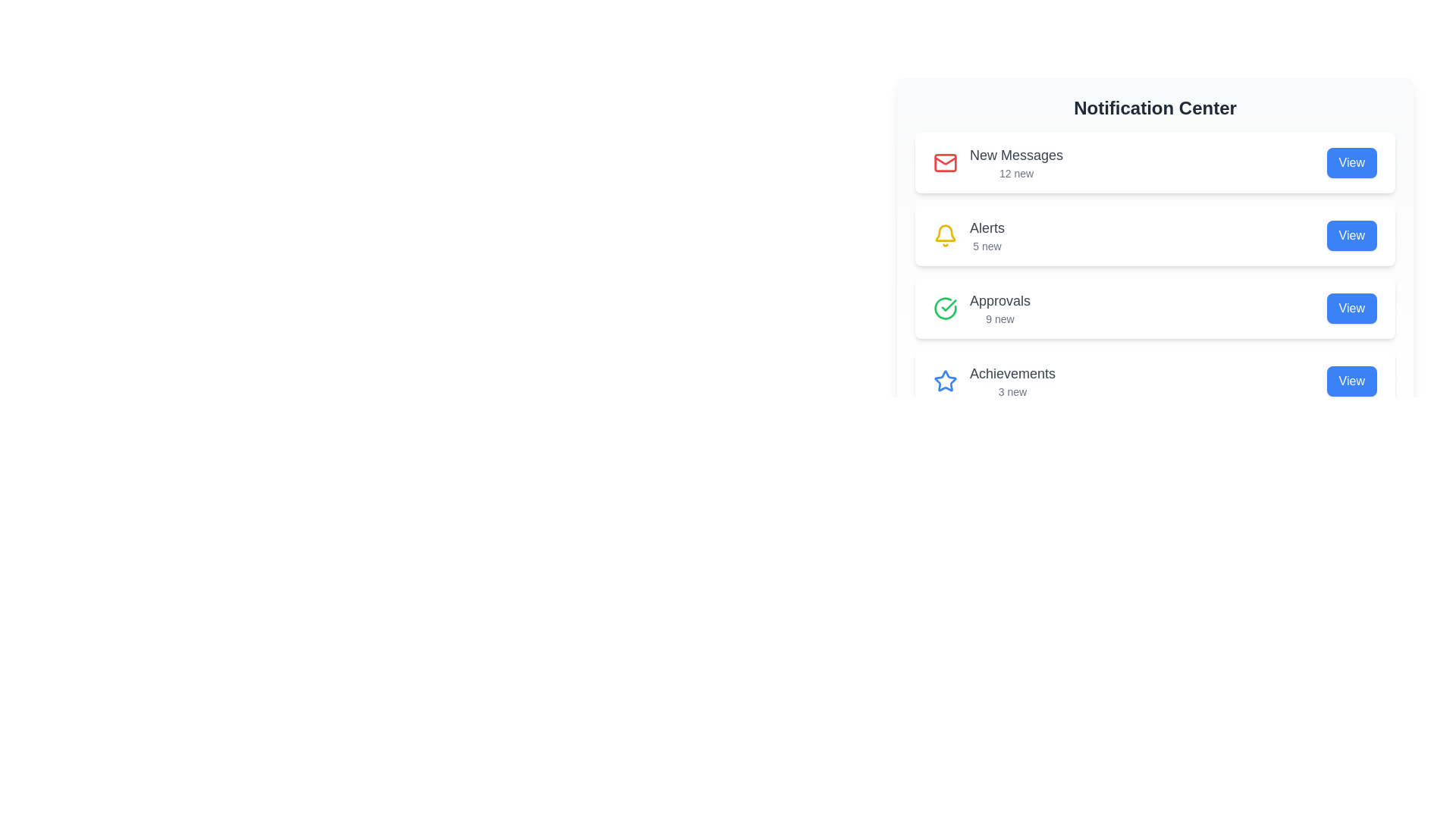 The width and height of the screenshot is (1456, 819). I want to click on informational text displaying 'Achievements' and '3 new' located in the Notification Center, positioned between the 'Approvals' item and the bottom margin of the notification list, so click(1012, 380).